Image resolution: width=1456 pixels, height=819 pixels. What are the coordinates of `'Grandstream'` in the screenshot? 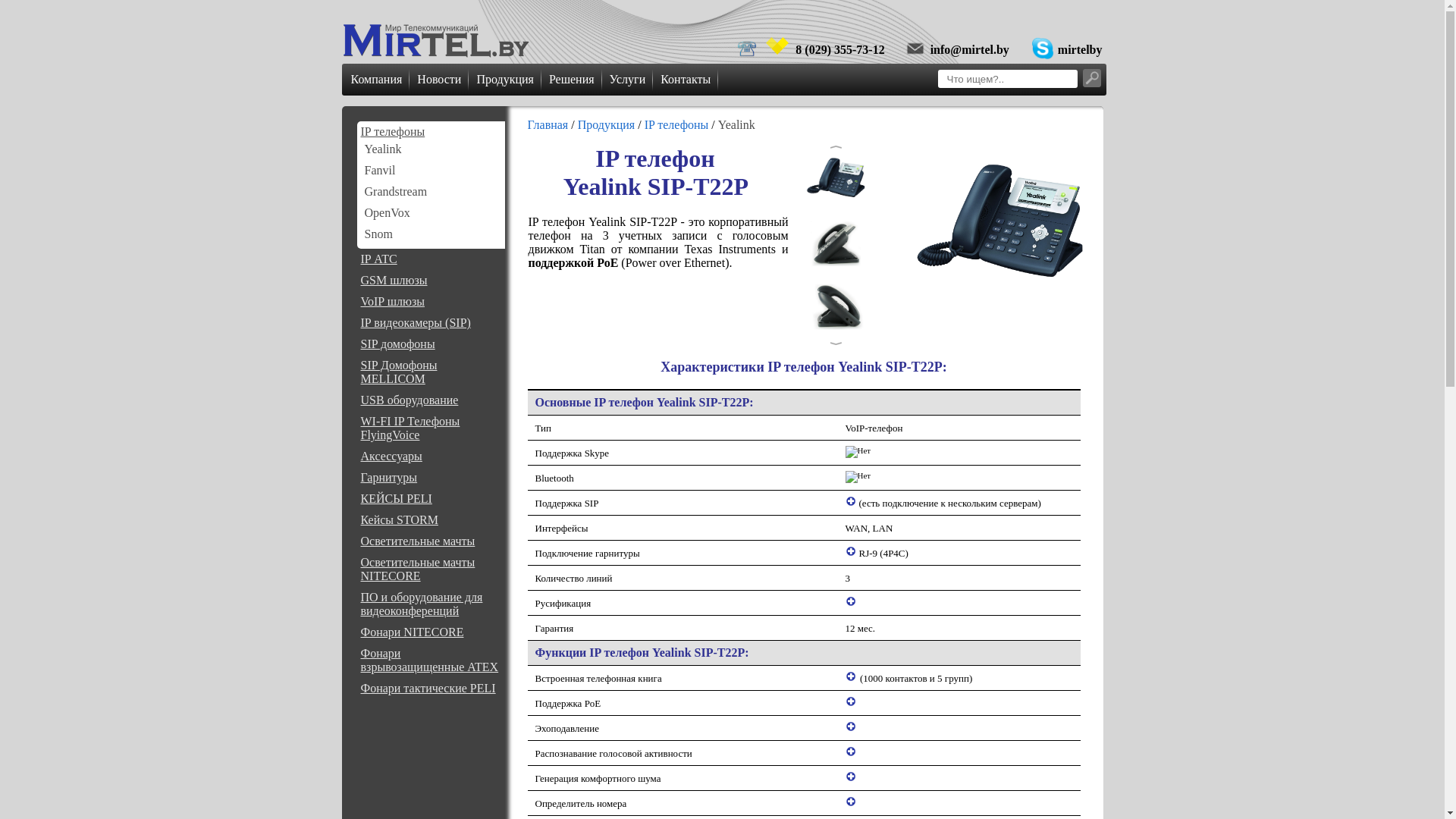 It's located at (395, 190).